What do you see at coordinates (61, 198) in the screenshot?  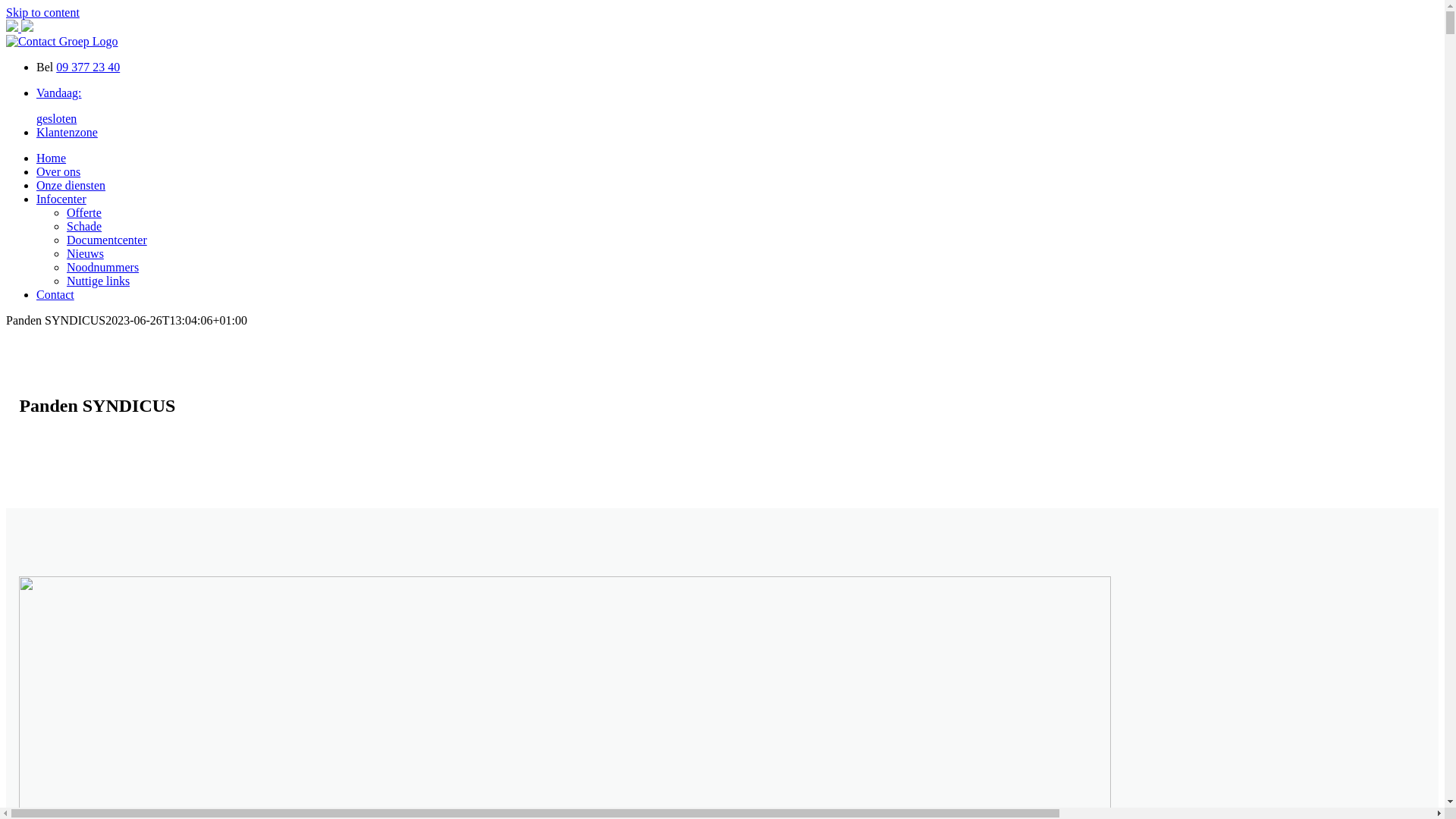 I see `'Infocenter'` at bounding box center [61, 198].